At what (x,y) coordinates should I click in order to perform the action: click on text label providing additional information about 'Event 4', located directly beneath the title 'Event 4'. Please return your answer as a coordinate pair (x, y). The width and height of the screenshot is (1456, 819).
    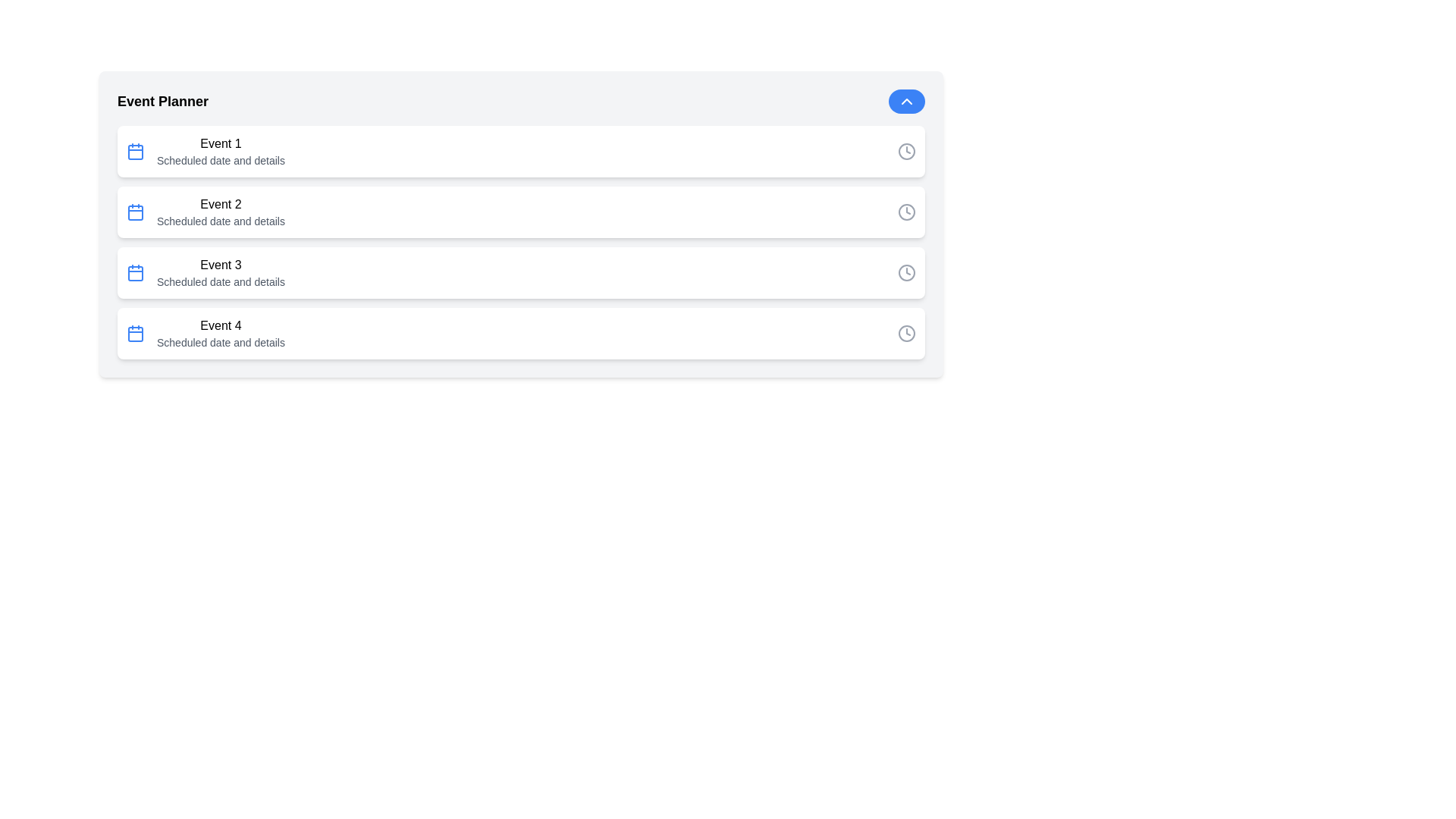
    Looking at the image, I should click on (220, 342).